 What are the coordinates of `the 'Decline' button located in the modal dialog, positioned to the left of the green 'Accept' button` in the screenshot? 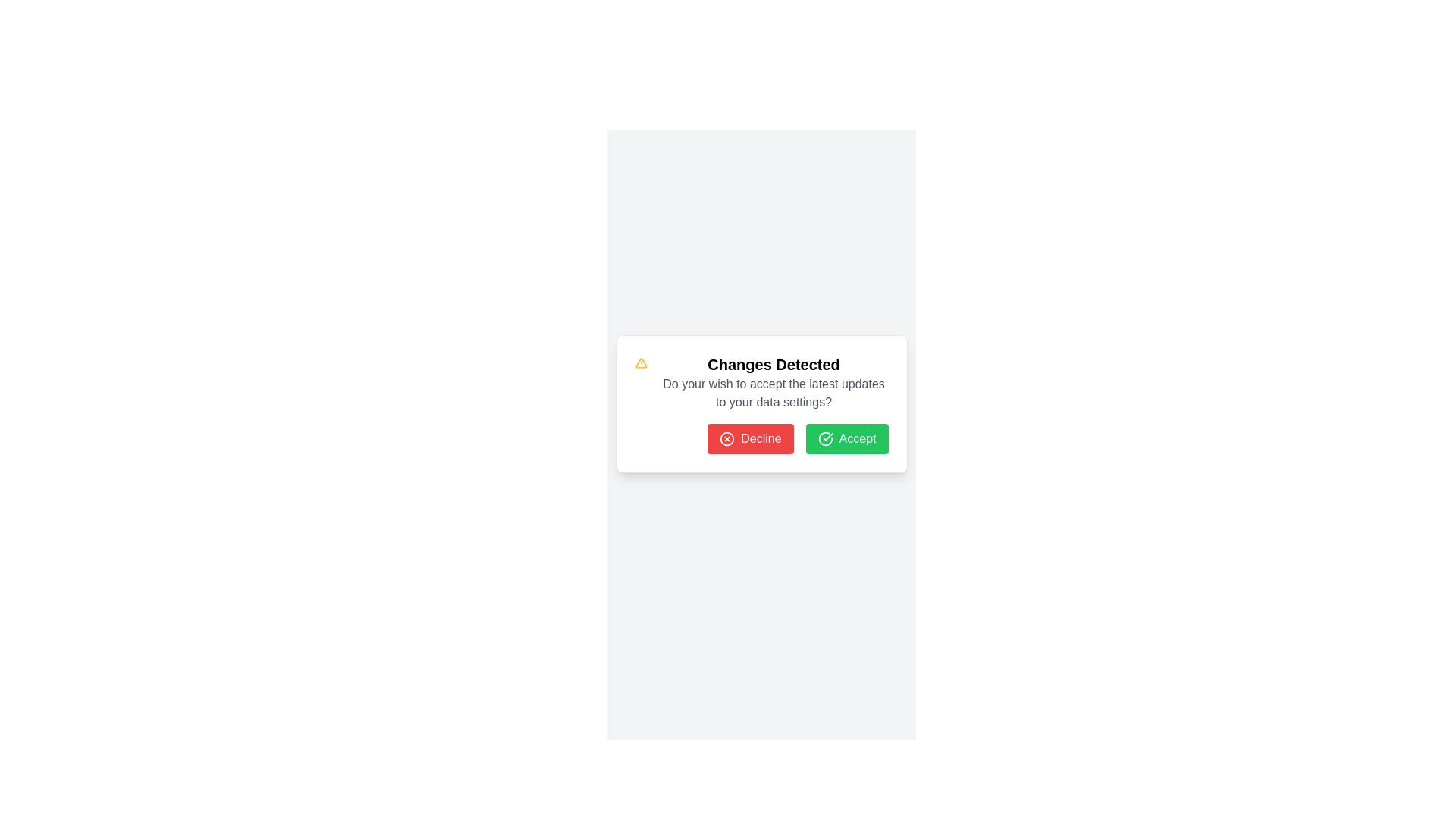 It's located at (750, 438).